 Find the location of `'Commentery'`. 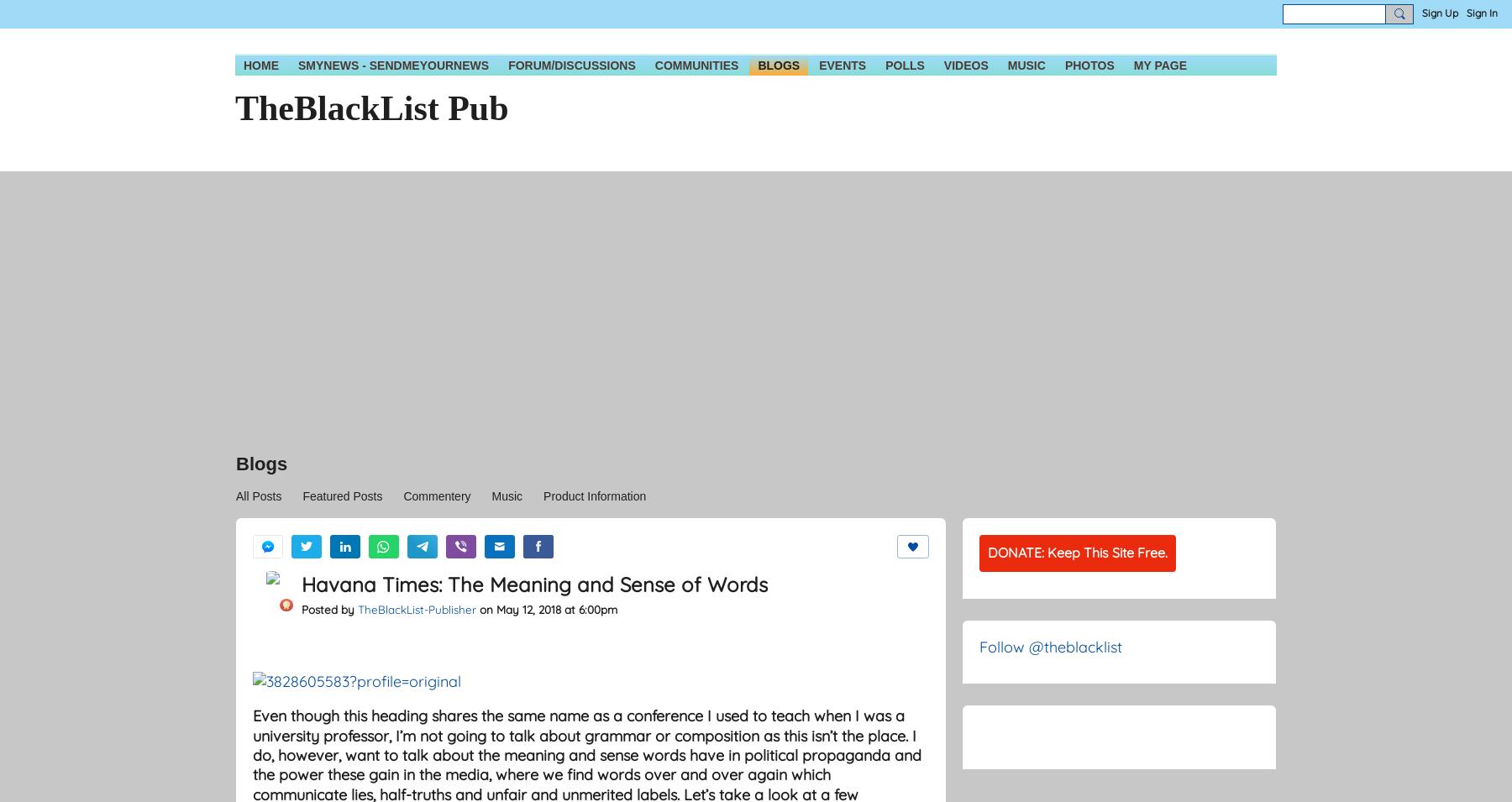

'Commentery' is located at coordinates (436, 495).